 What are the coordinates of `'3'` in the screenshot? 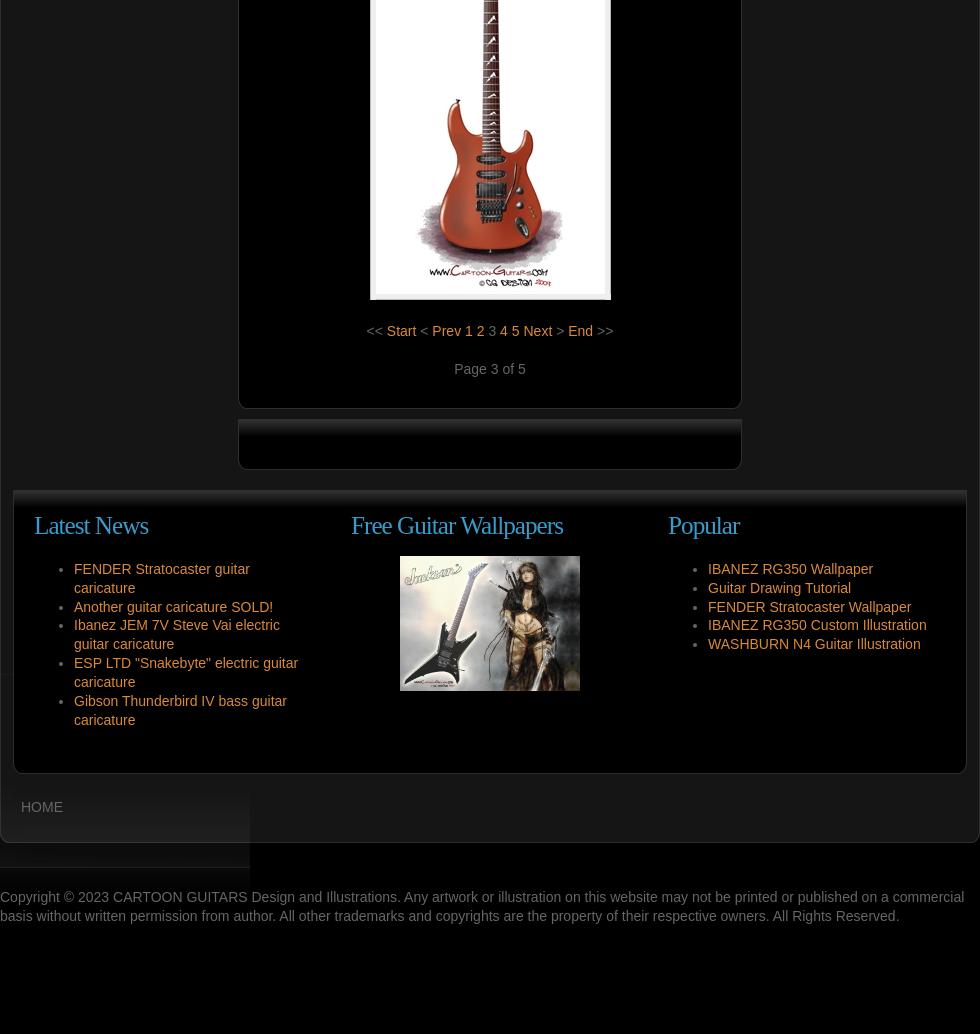 It's located at (491, 328).